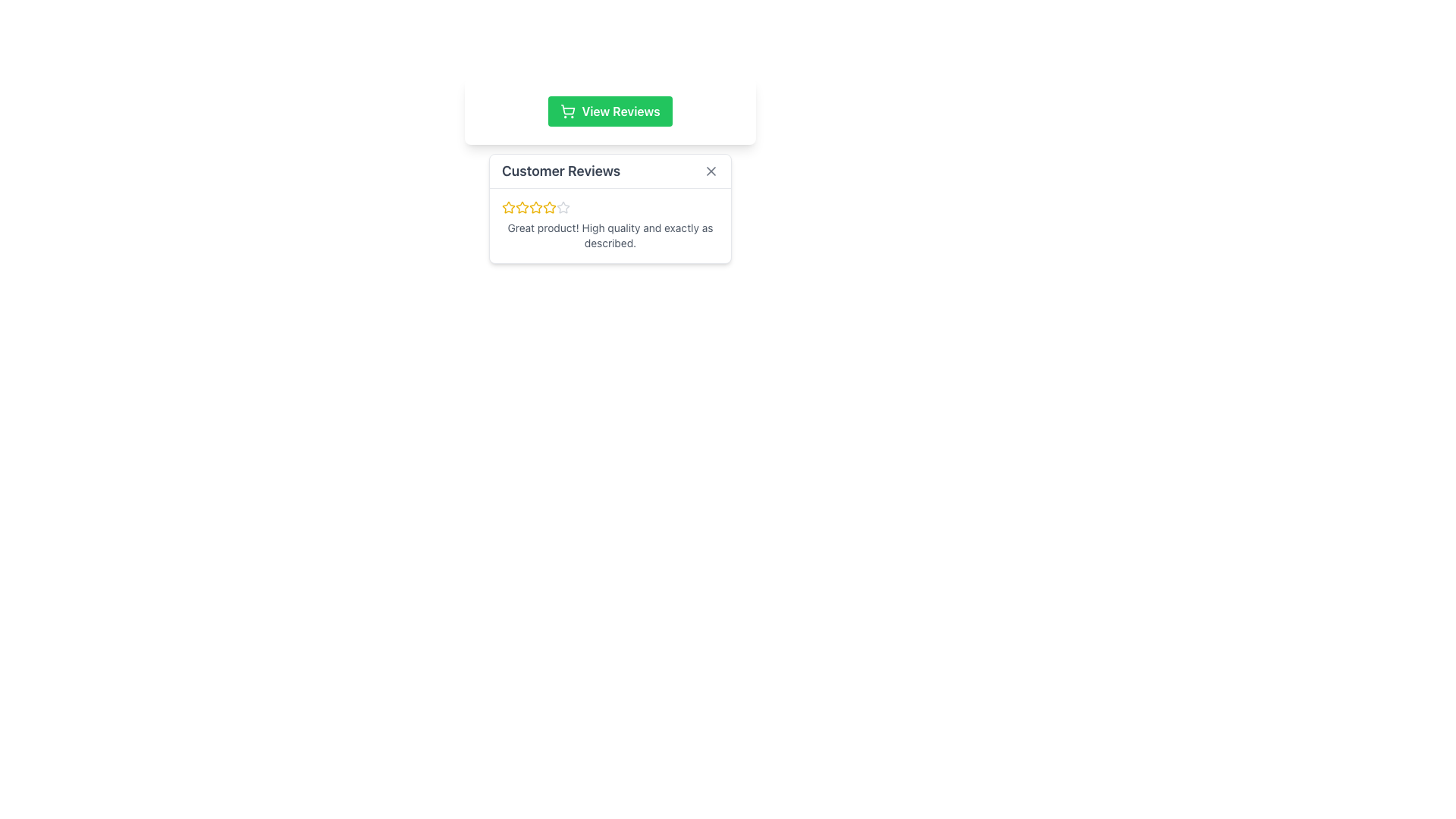 This screenshot has height=819, width=1456. What do you see at coordinates (710, 171) in the screenshot?
I see `the gray 'x' icon button located at the upper-right corner of the 'Customer Reviews' section` at bounding box center [710, 171].